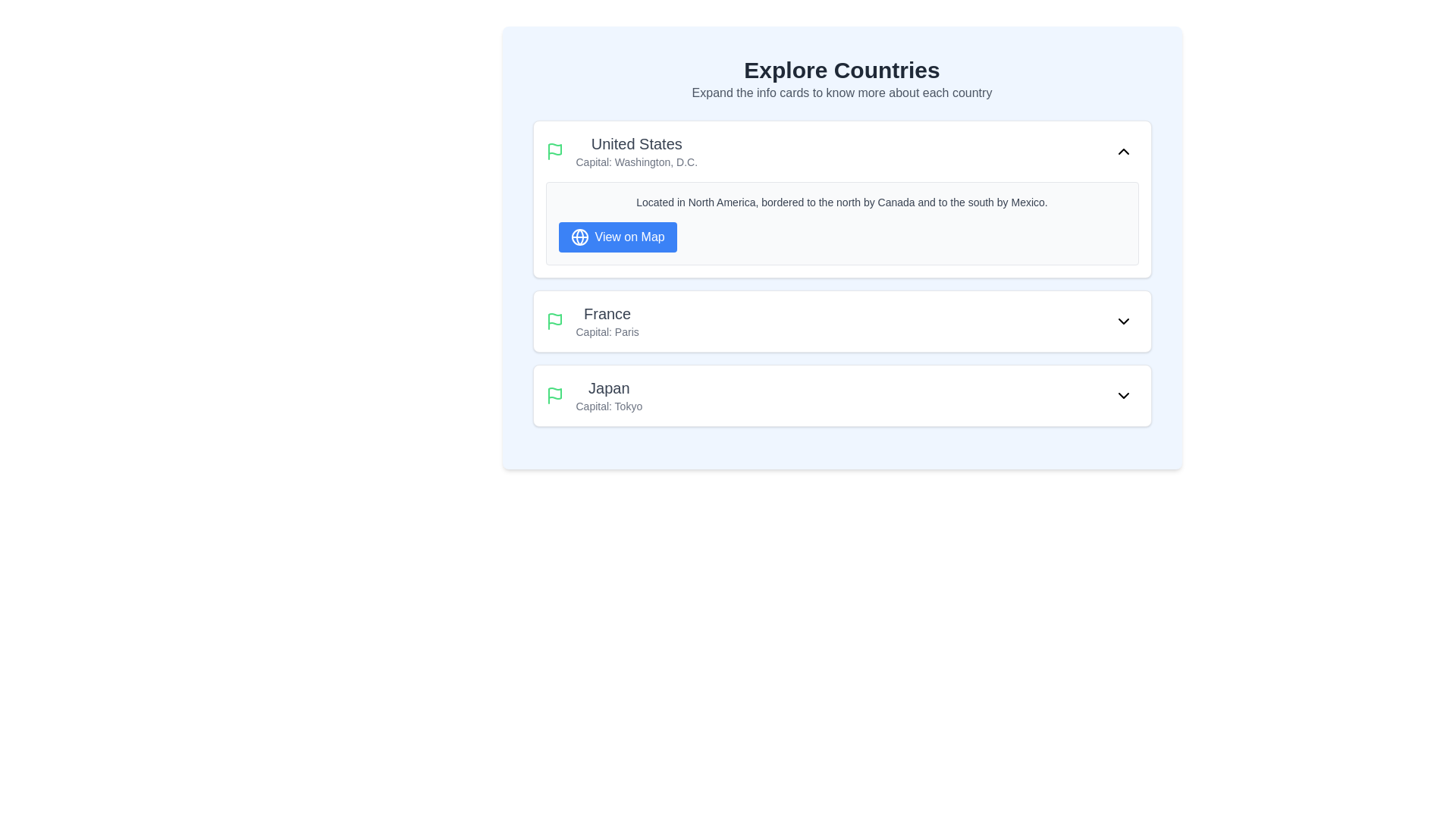  Describe the element at coordinates (554, 321) in the screenshot. I see `the flag icon with a green outline positioned to the left of the text 'France'` at that location.